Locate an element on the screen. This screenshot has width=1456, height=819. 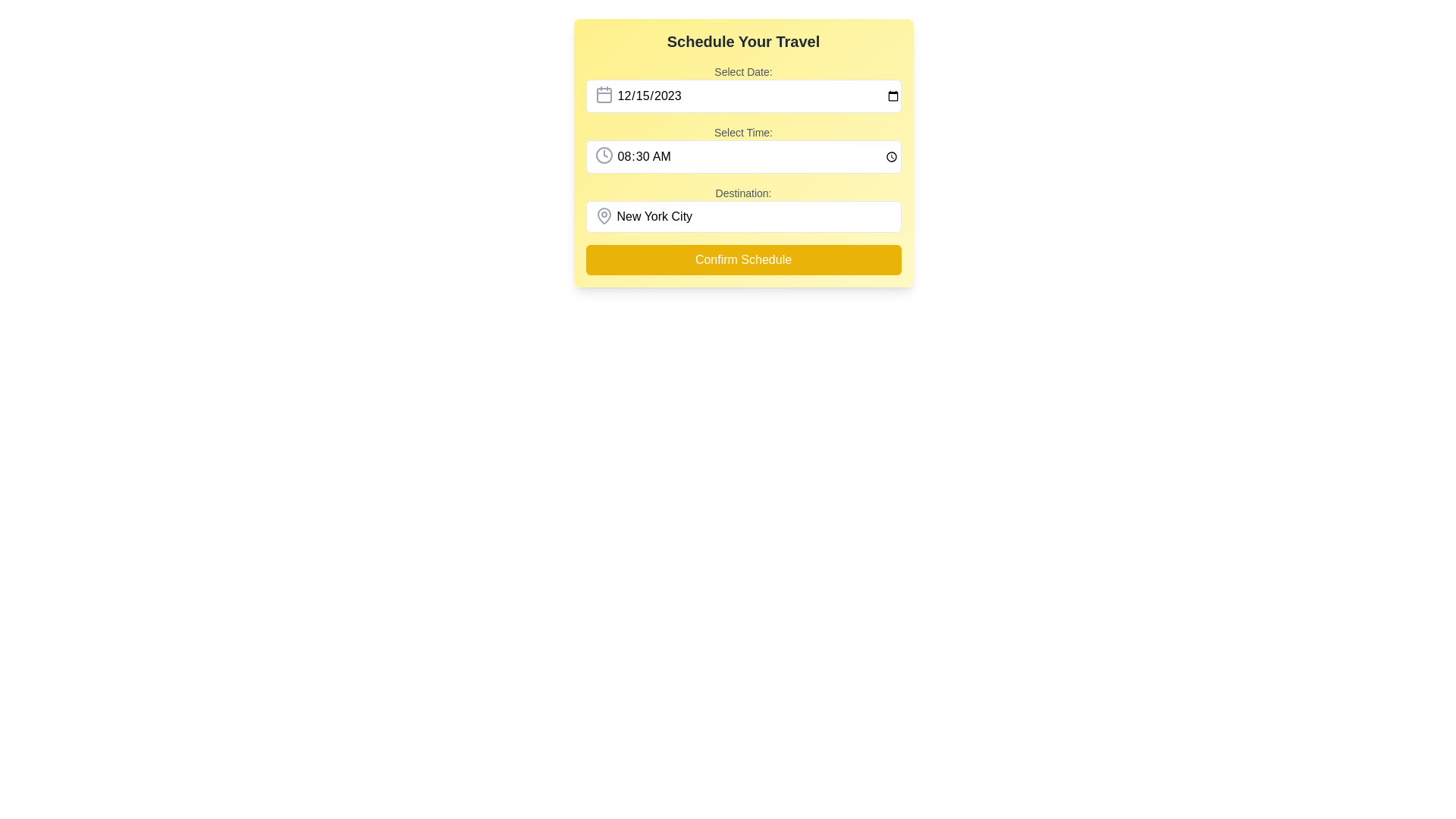
the pin-shaped icon within the 'Destination' field of the 'Schedule Your Travel' form, which resembles a location marker and is styled in light gray is located at coordinates (603, 216).